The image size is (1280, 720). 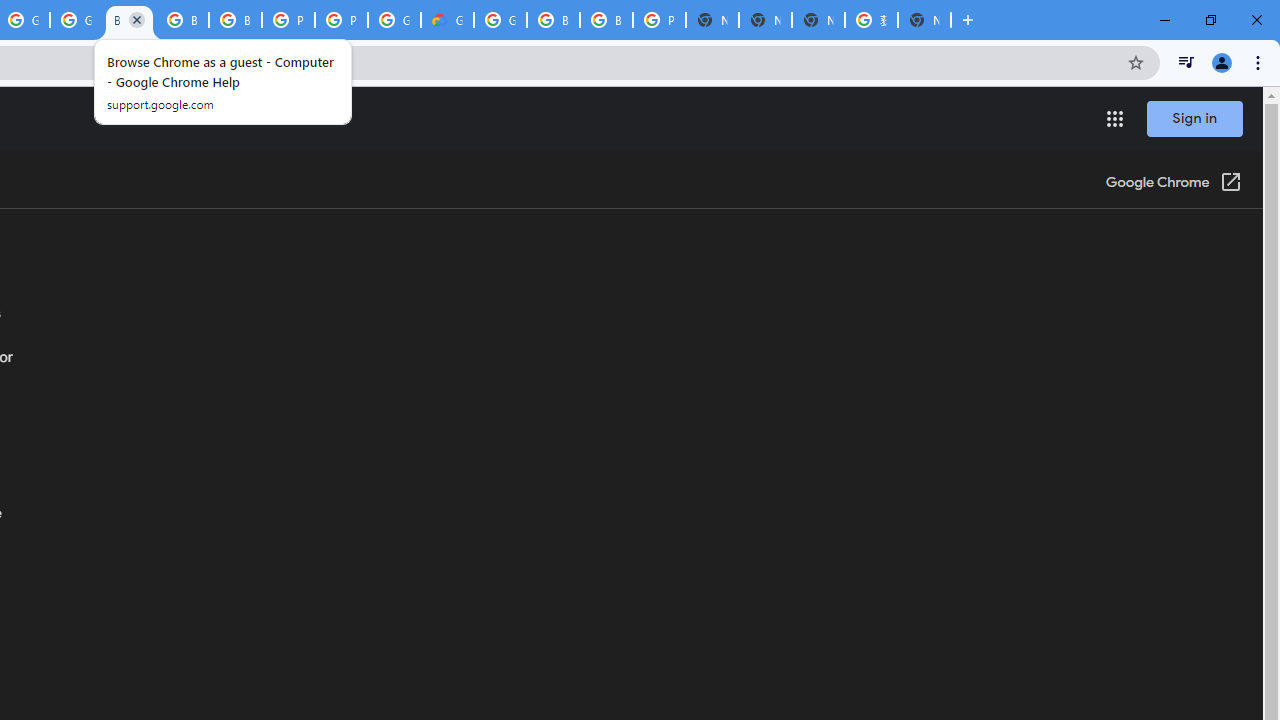 I want to click on 'Google Chrome (Open in a new window)', so click(x=1173, y=183).